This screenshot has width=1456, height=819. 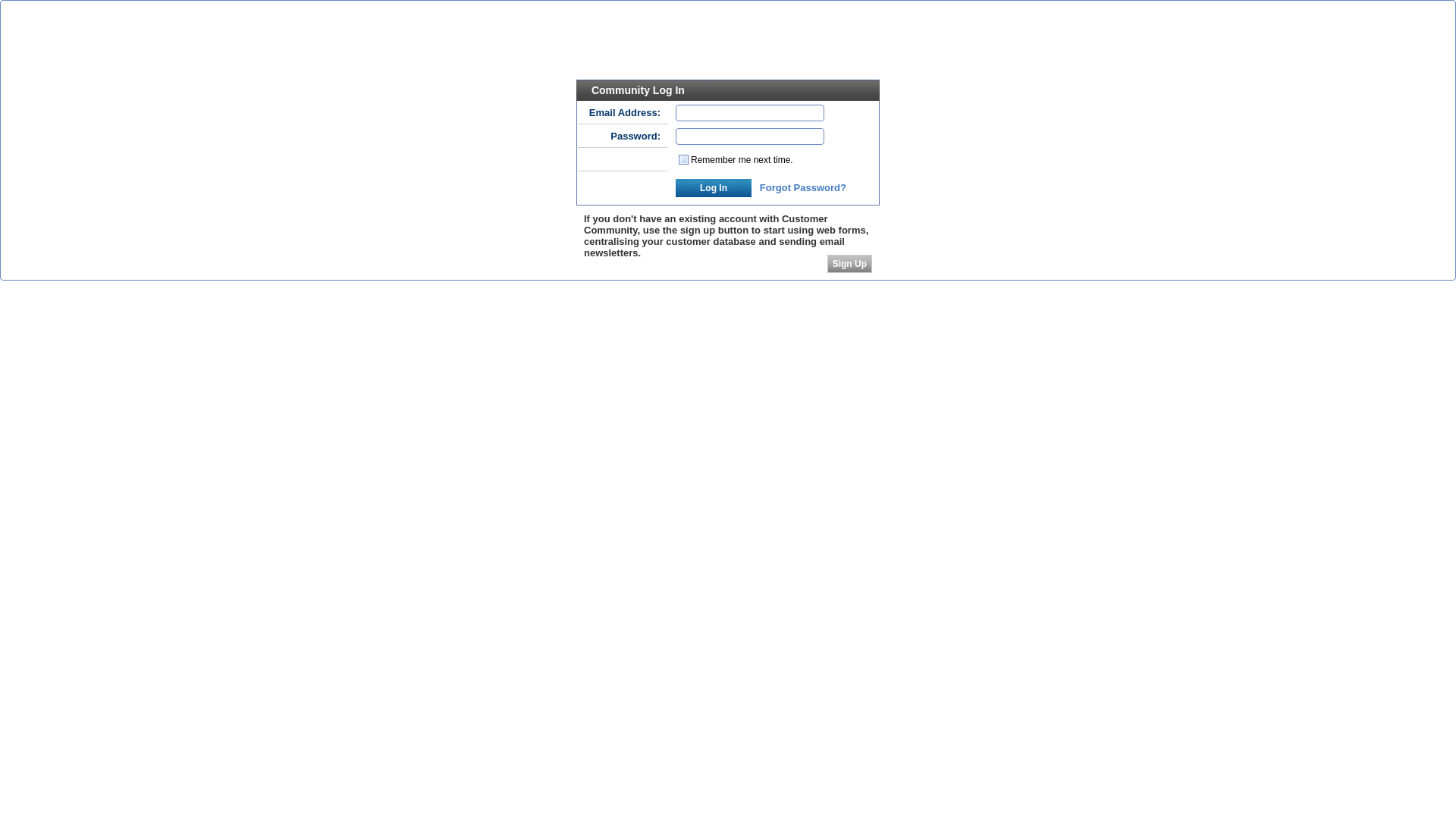 I want to click on 'Forgot Password?', so click(x=760, y=187).